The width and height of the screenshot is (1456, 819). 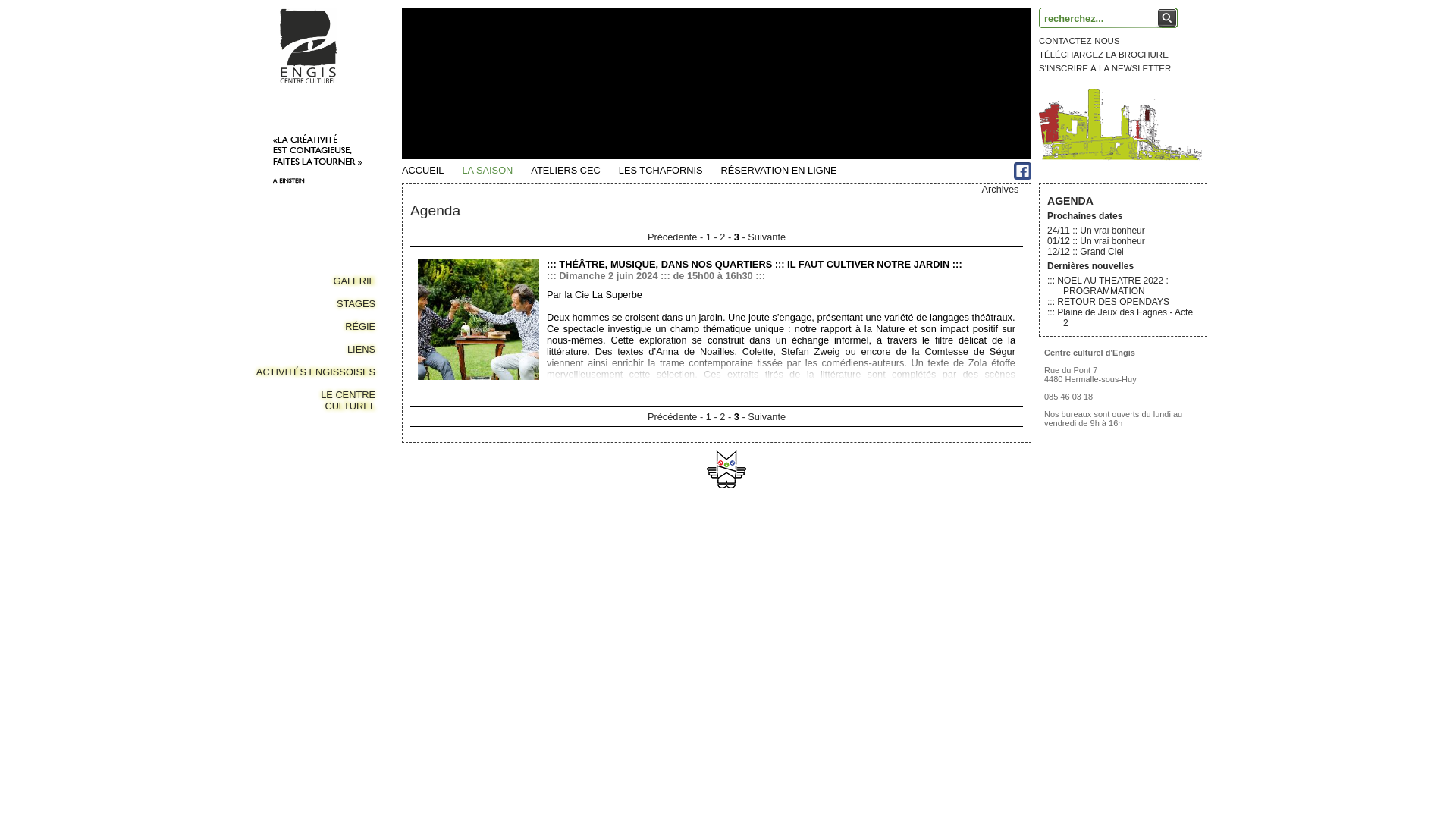 What do you see at coordinates (1043, 374) in the screenshot?
I see `'Rue du Pont 7` at bounding box center [1043, 374].